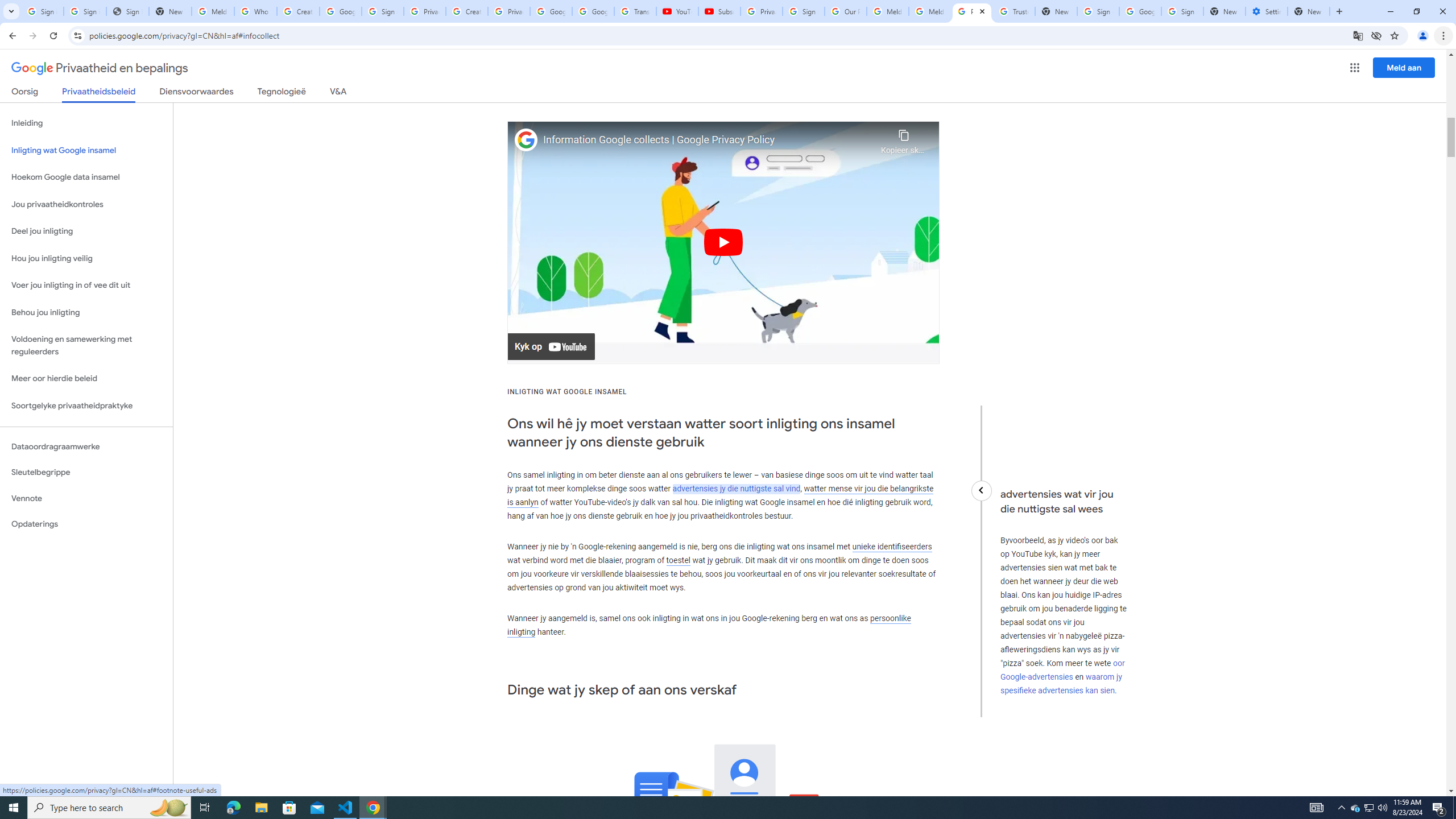  Describe the element at coordinates (526, 139) in the screenshot. I see `'Fotobeeld van Google'` at that location.